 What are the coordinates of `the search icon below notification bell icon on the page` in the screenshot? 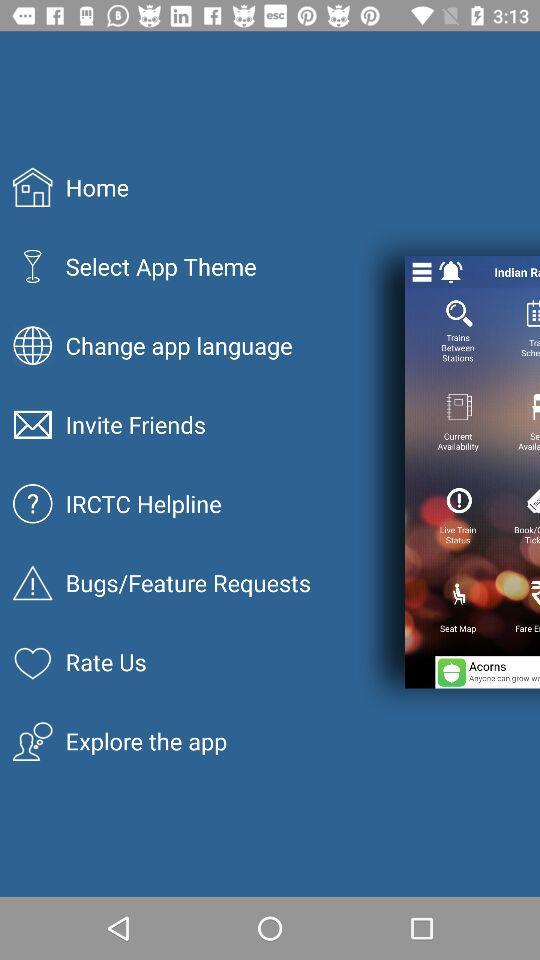 It's located at (459, 313).